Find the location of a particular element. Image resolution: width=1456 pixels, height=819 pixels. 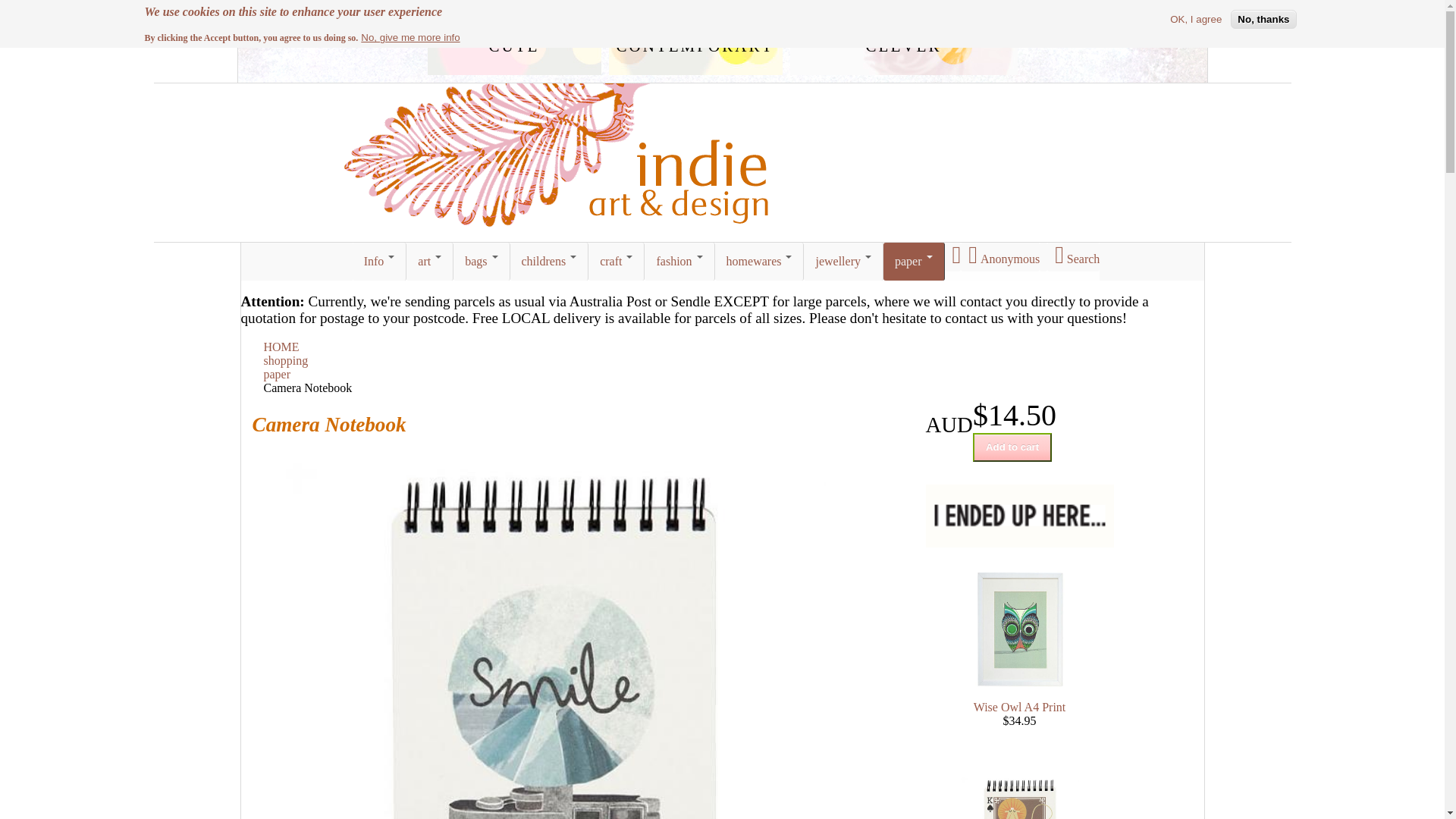

'Wise Owl A4 Print by I Ended Up Here' is located at coordinates (1019, 629).